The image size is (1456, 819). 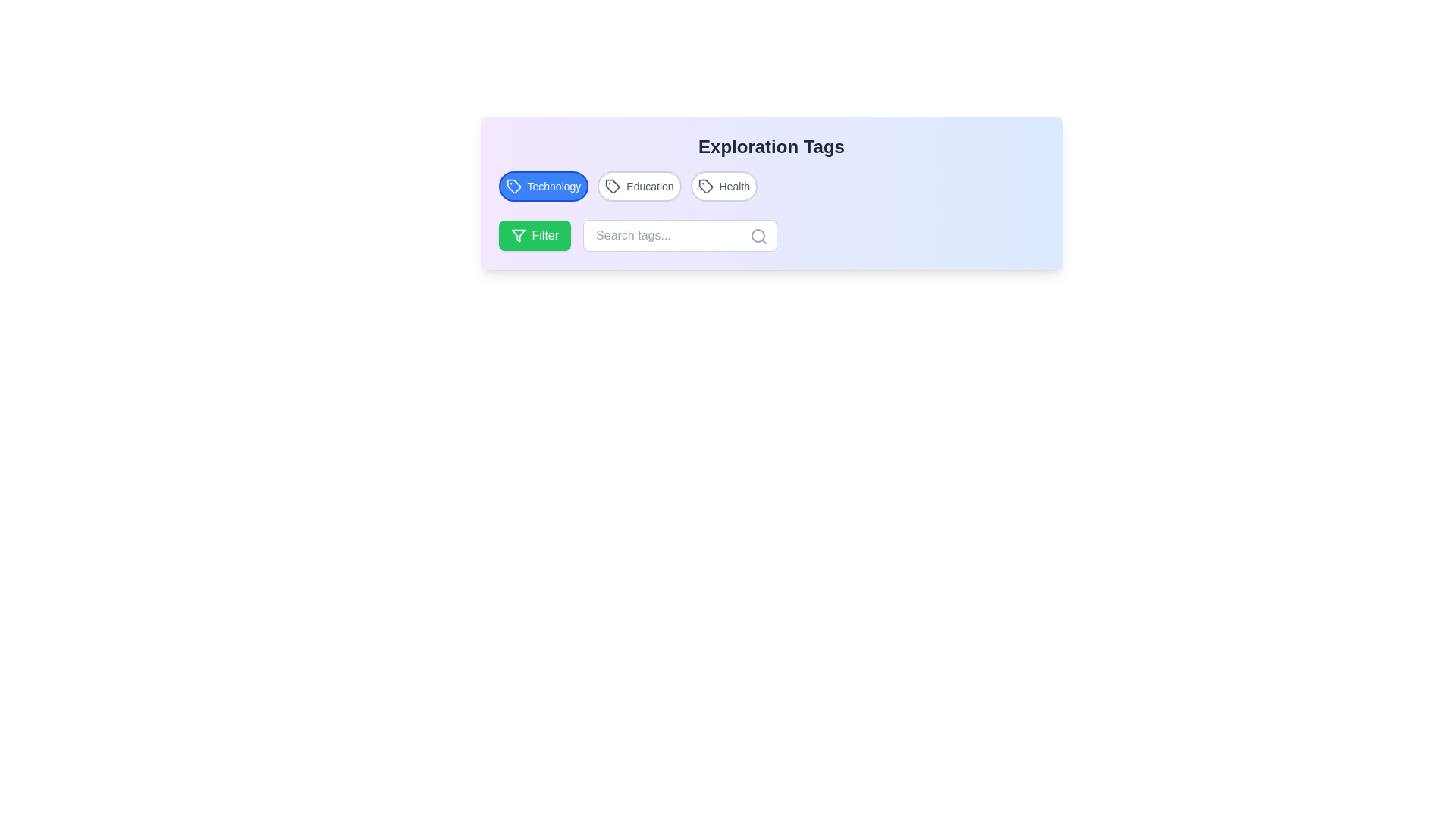 What do you see at coordinates (679, 236) in the screenshot?
I see `the search input field and type the text 'example'` at bounding box center [679, 236].